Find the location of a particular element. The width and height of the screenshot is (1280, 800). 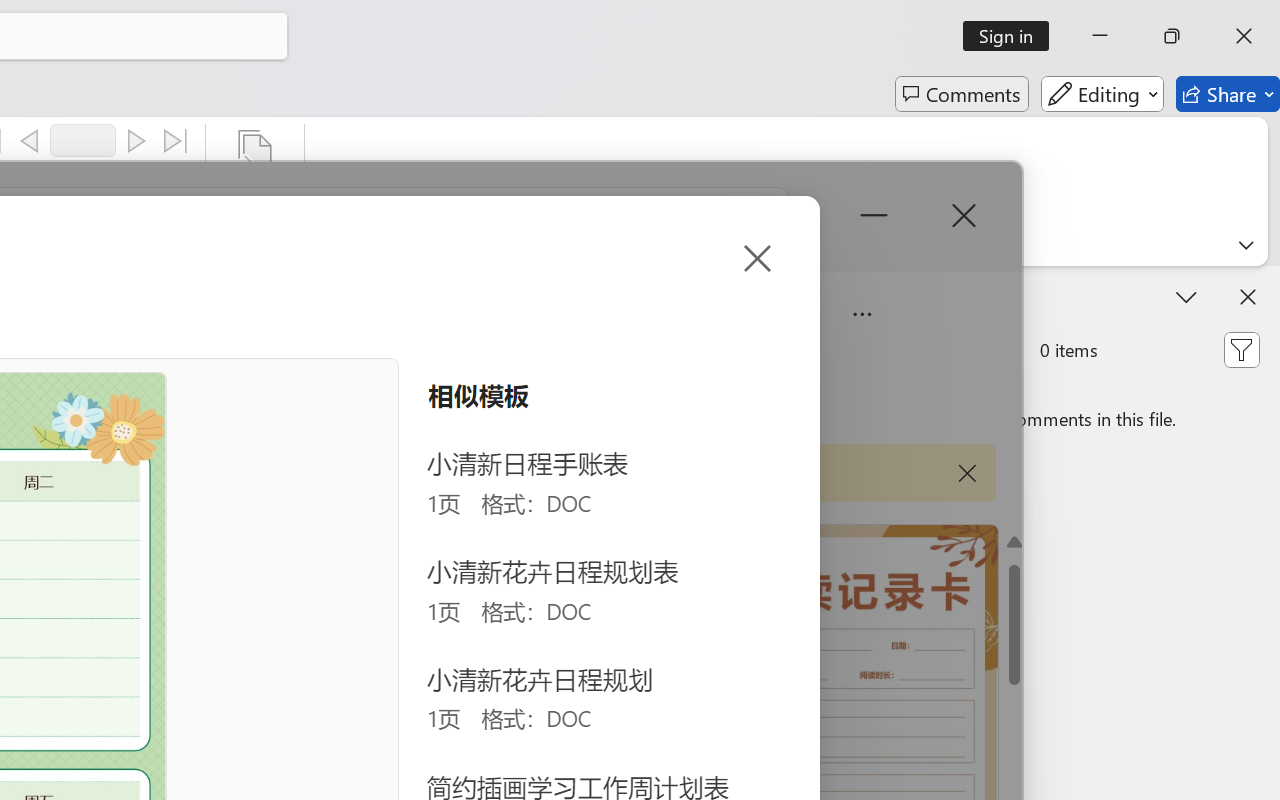

'Last' is located at coordinates (176, 141).